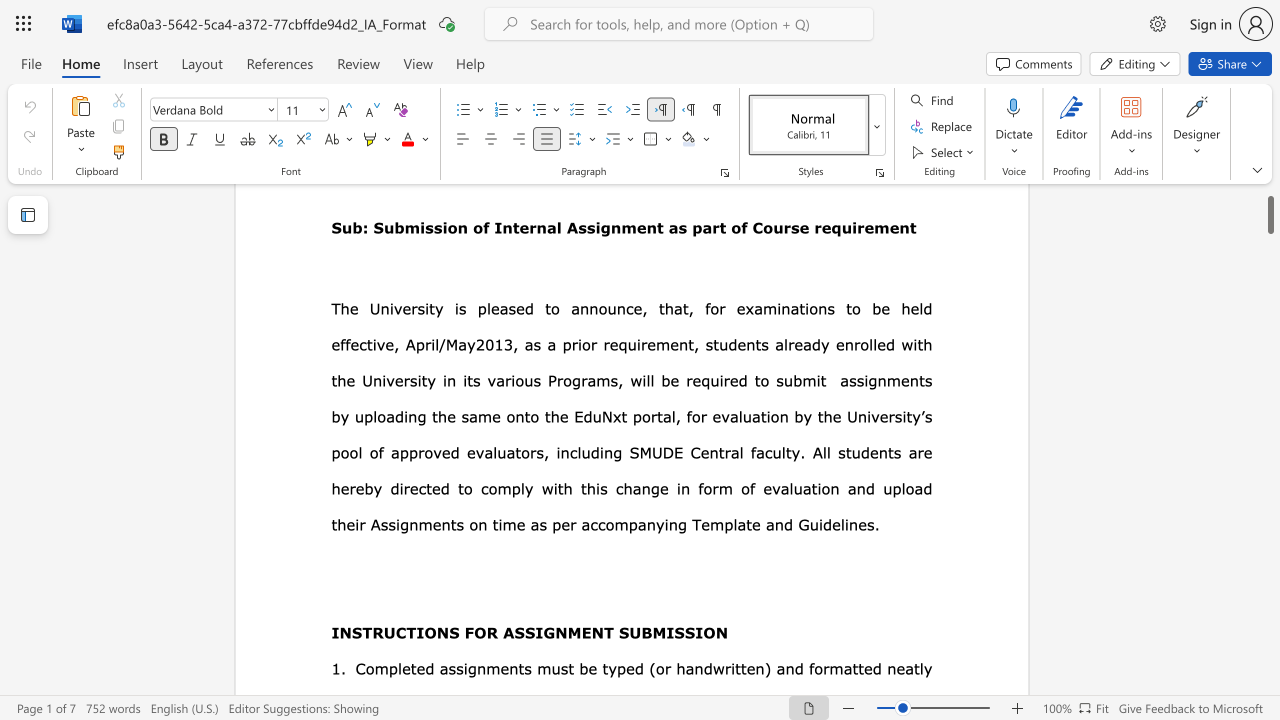  Describe the element at coordinates (1269, 206) in the screenshot. I see `the scrollbar and move down 6110 pixels` at that location.